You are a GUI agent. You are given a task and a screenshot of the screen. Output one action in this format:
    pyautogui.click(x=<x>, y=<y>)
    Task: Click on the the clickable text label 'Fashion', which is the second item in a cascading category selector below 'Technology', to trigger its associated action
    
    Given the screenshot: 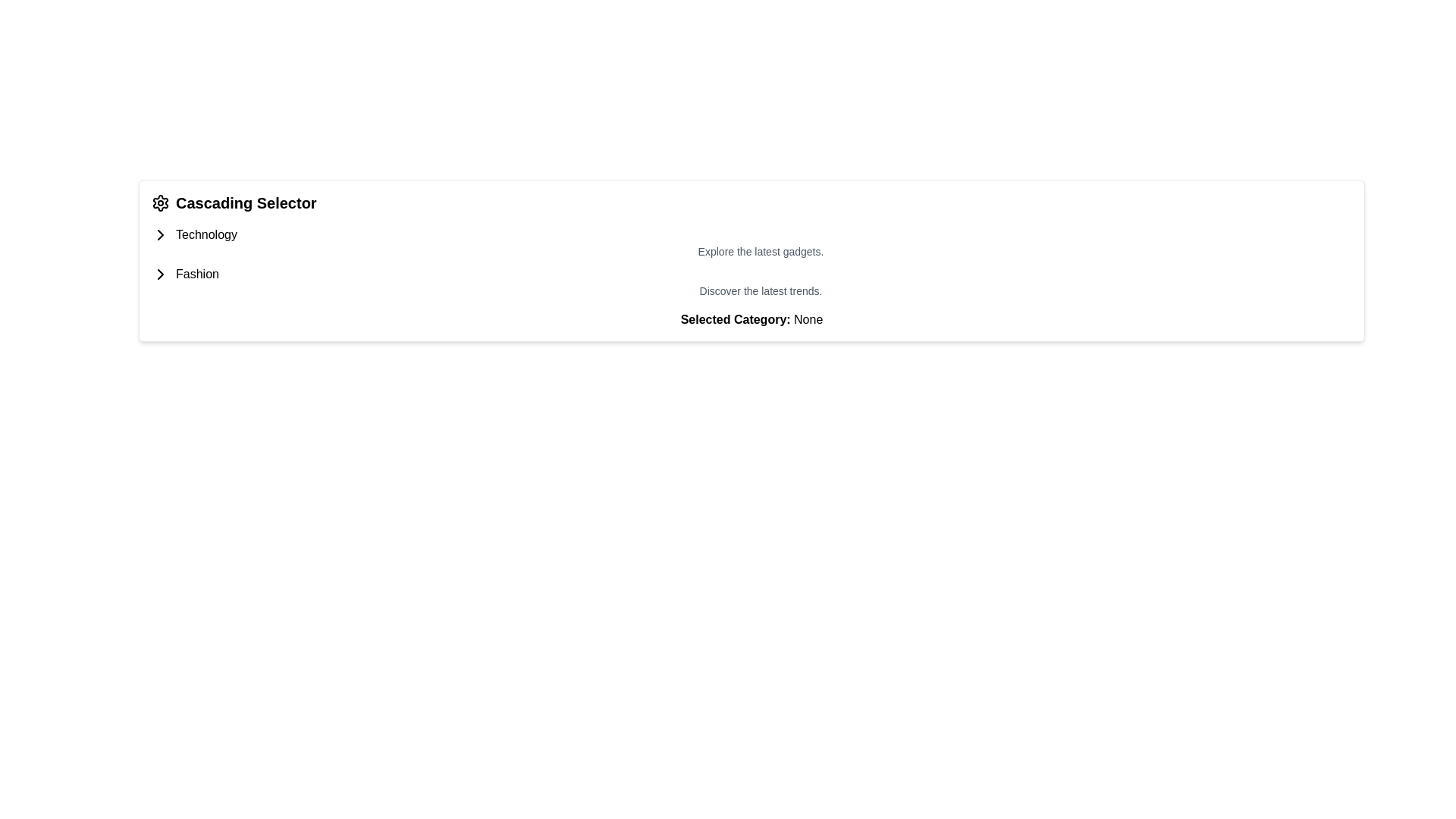 What is the action you would take?
    pyautogui.click(x=196, y=275)
    